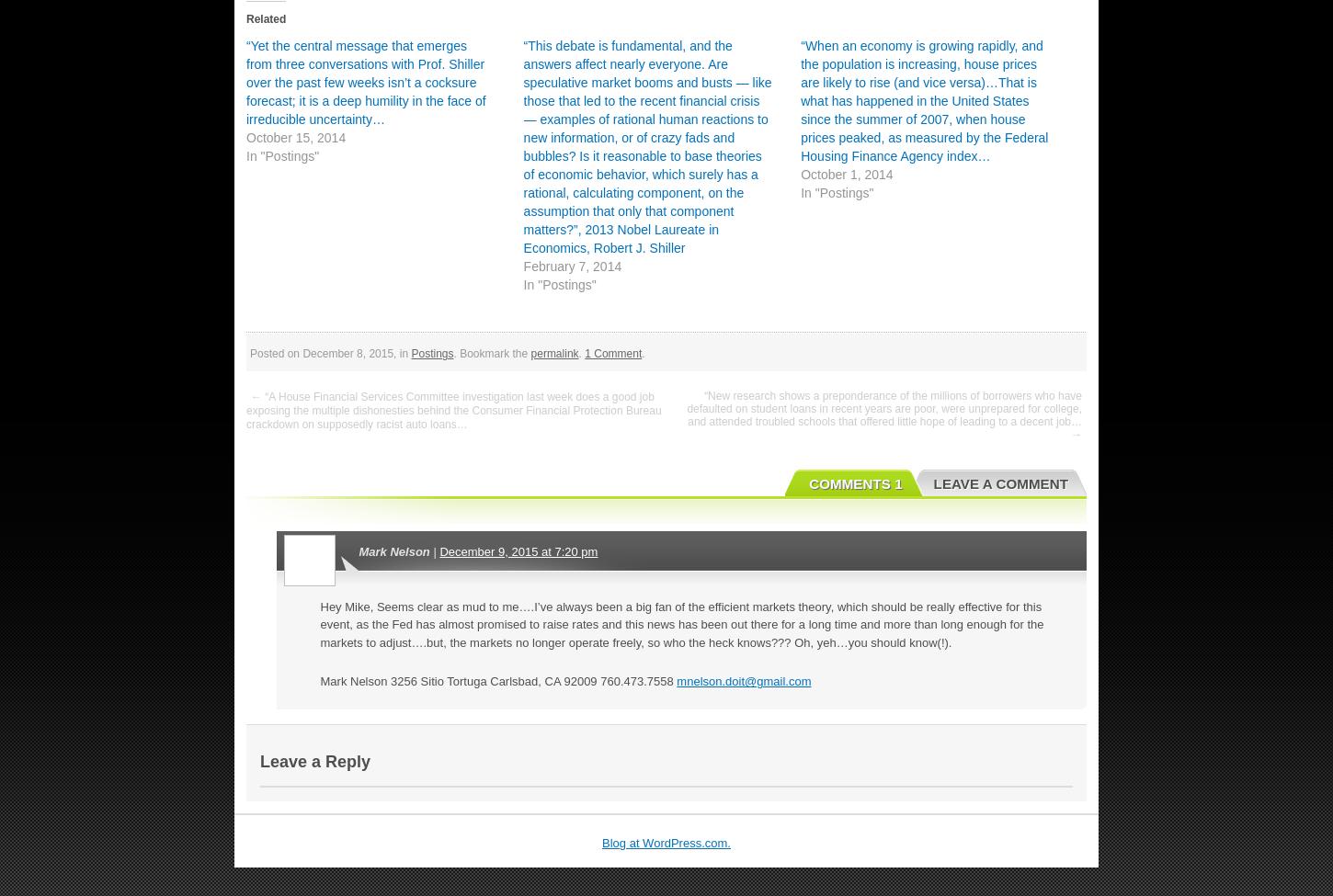 This screenshot has width=1333, height=896. I want to click on 'permalink', so click(554, 351).